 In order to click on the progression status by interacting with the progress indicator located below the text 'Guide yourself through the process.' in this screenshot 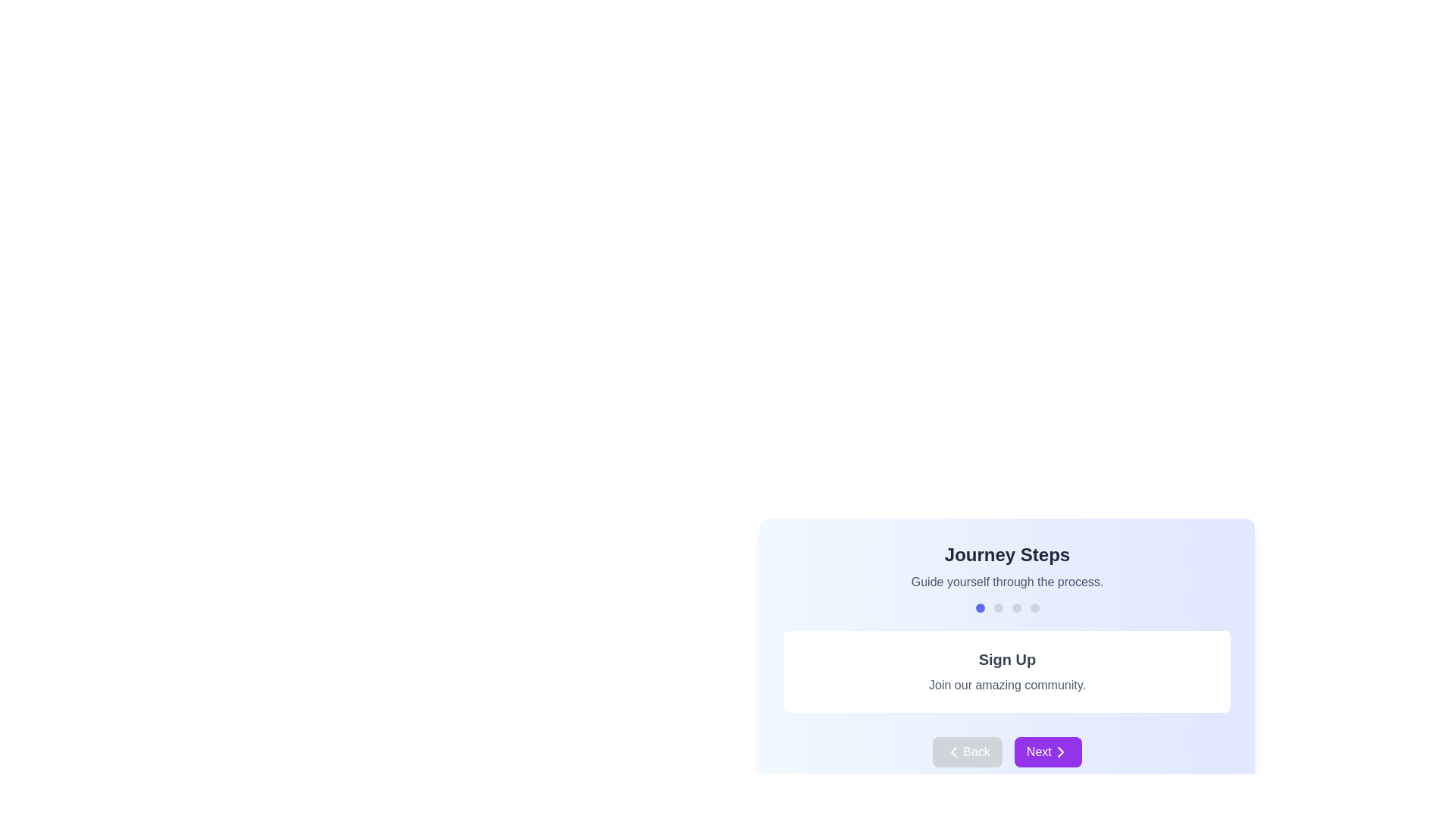, I will do `click(1007, 607)`.